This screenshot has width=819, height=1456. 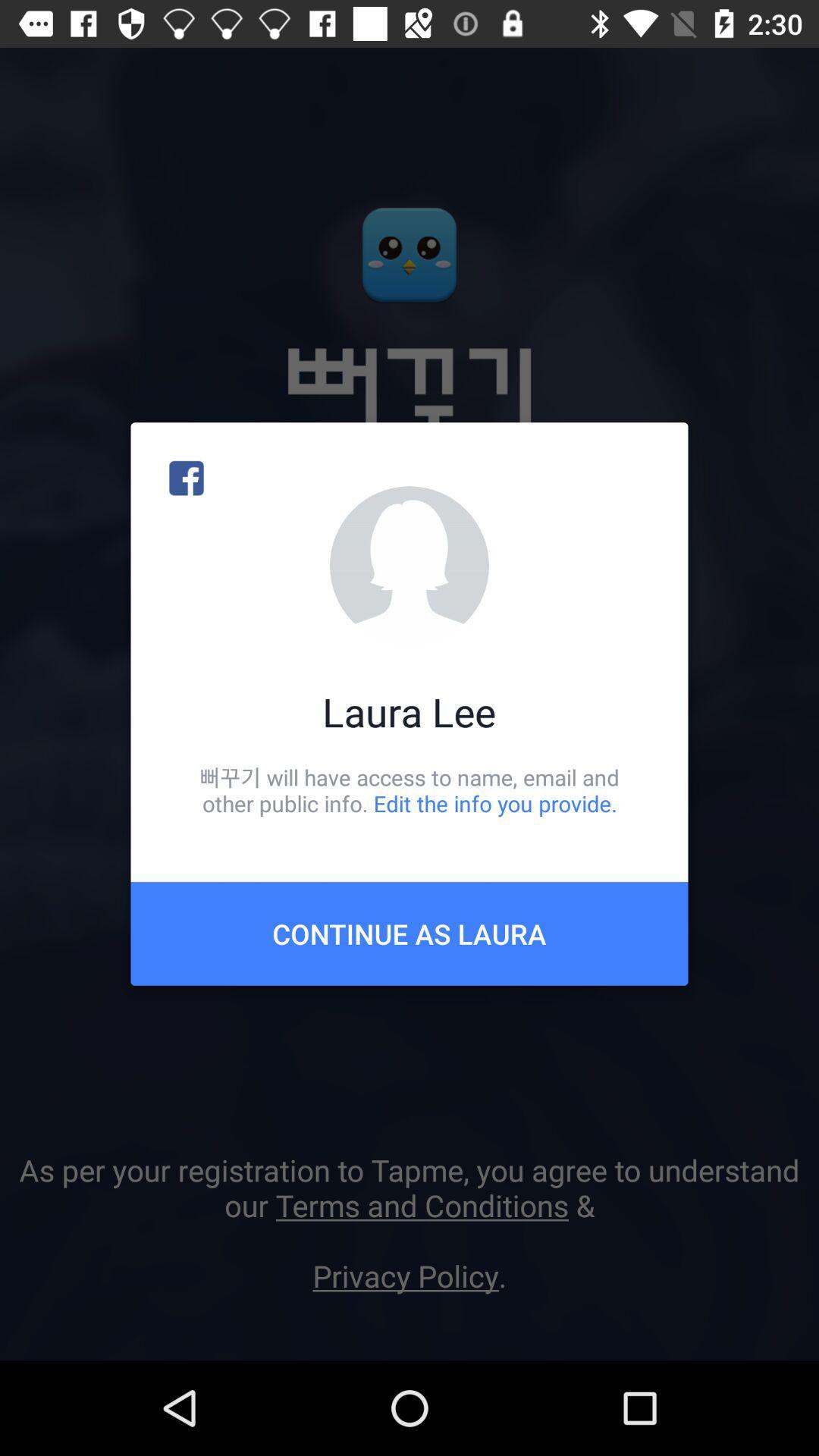 What do you see at coordinates (409, 789) in the screenshot?
I see `icon above the continue as laura item` at bounding box center [409, 789].